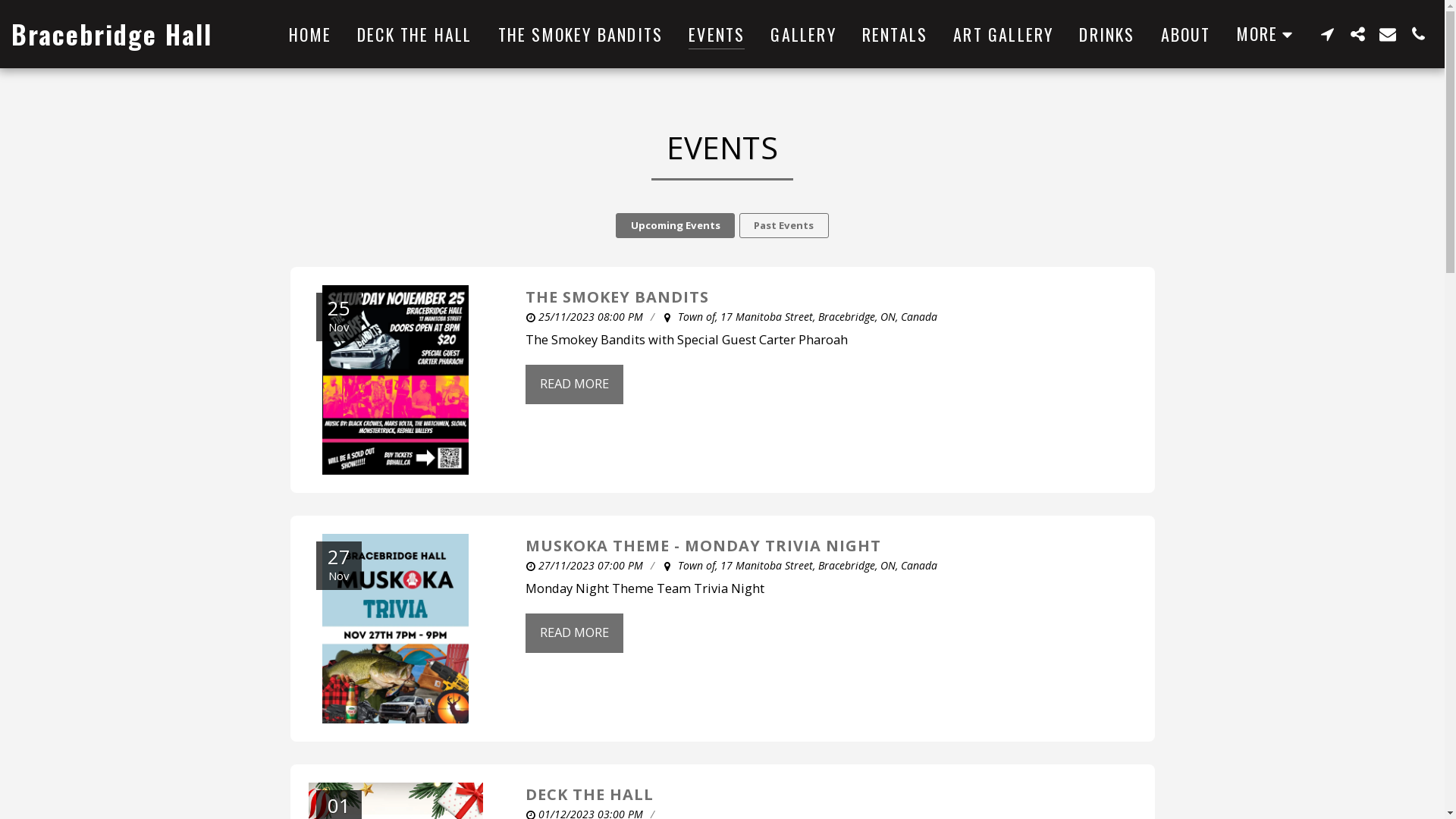  Describe the element at coordinates (1357, 33) in the screenshot. I see `' '` at that location.